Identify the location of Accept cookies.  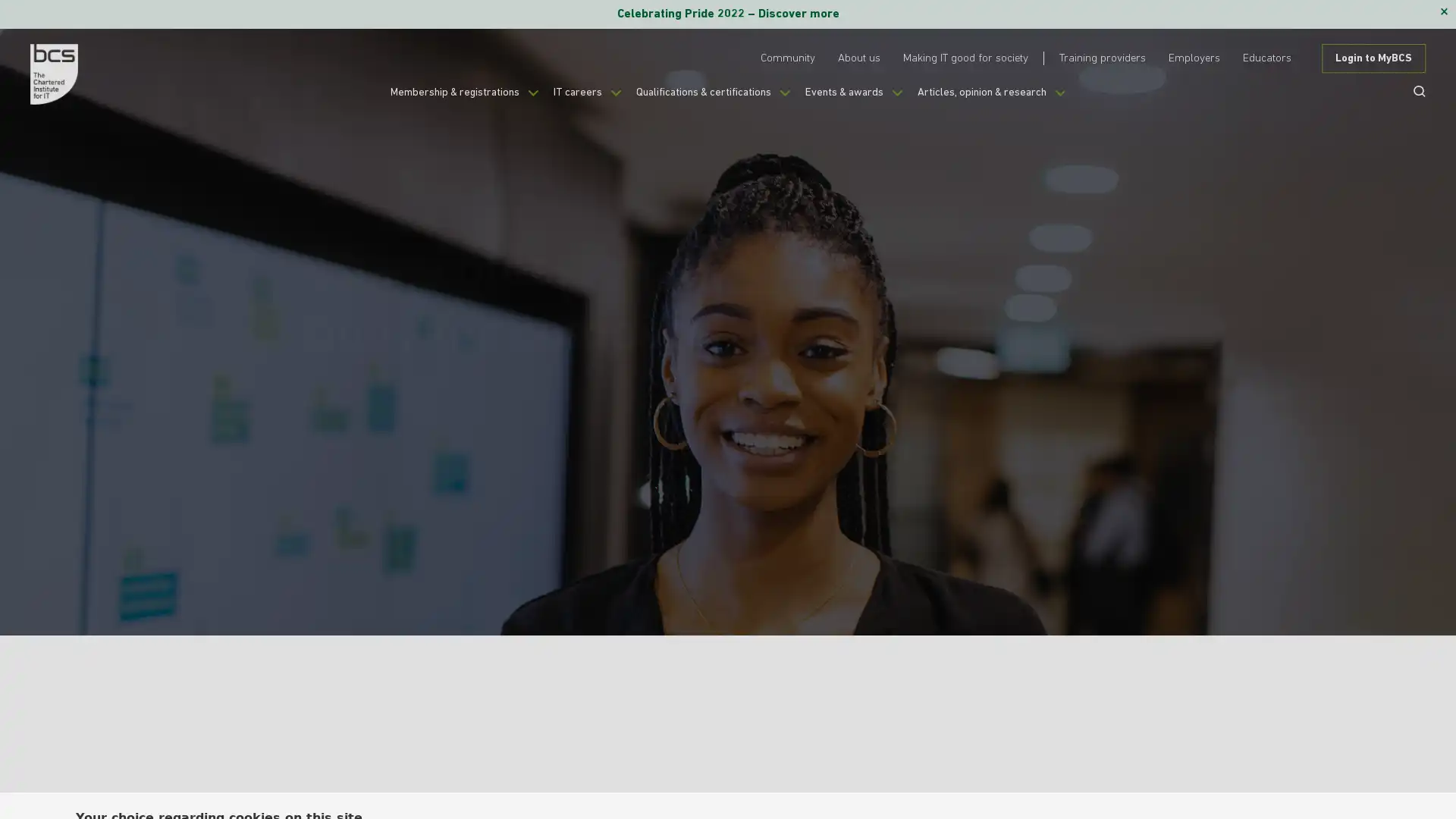
(1144, 778).